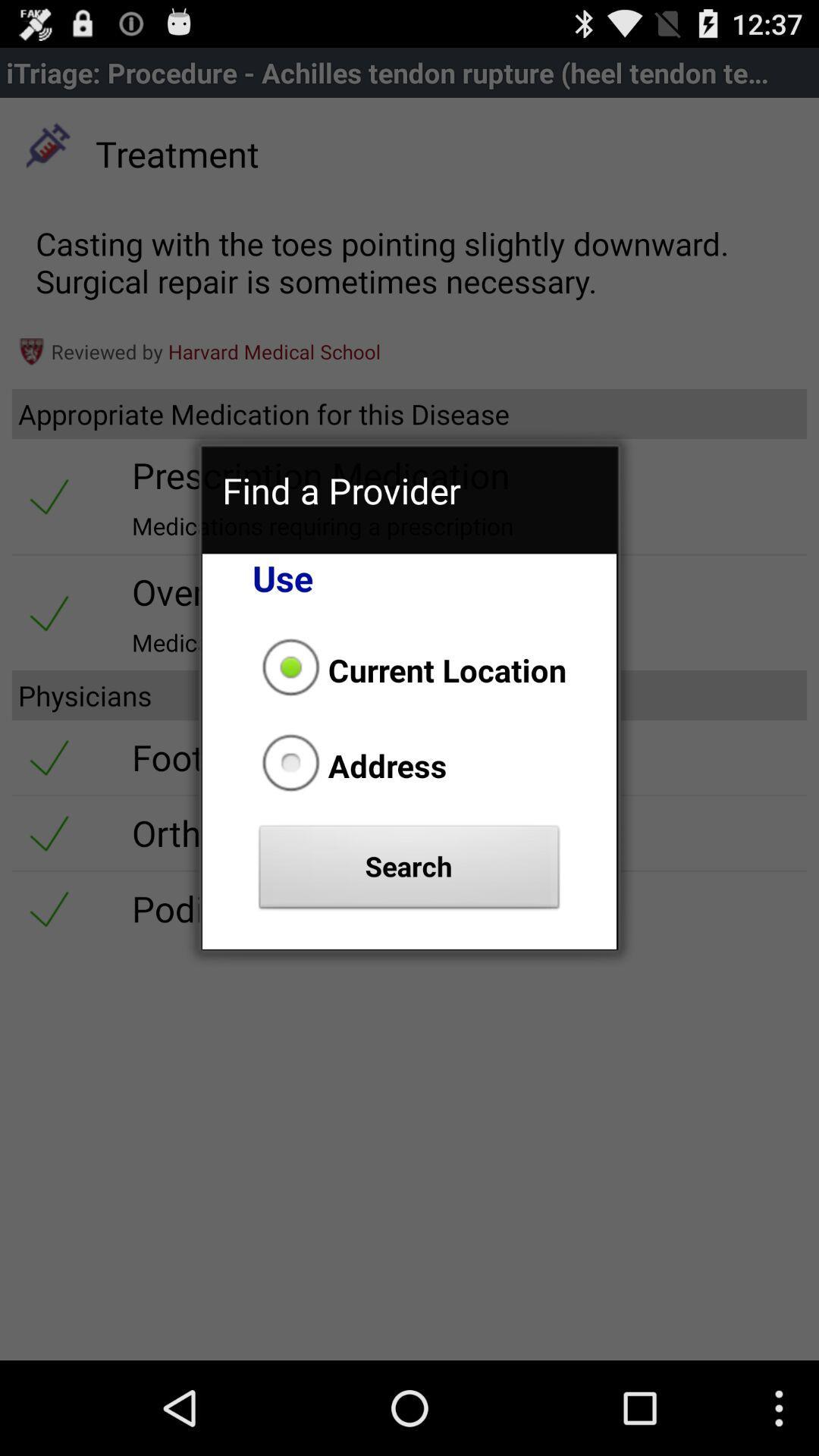 Image resolution: width=819 pixels, height=1456 pixels. I want to click on radio button below current location icon, so click(350, 765).